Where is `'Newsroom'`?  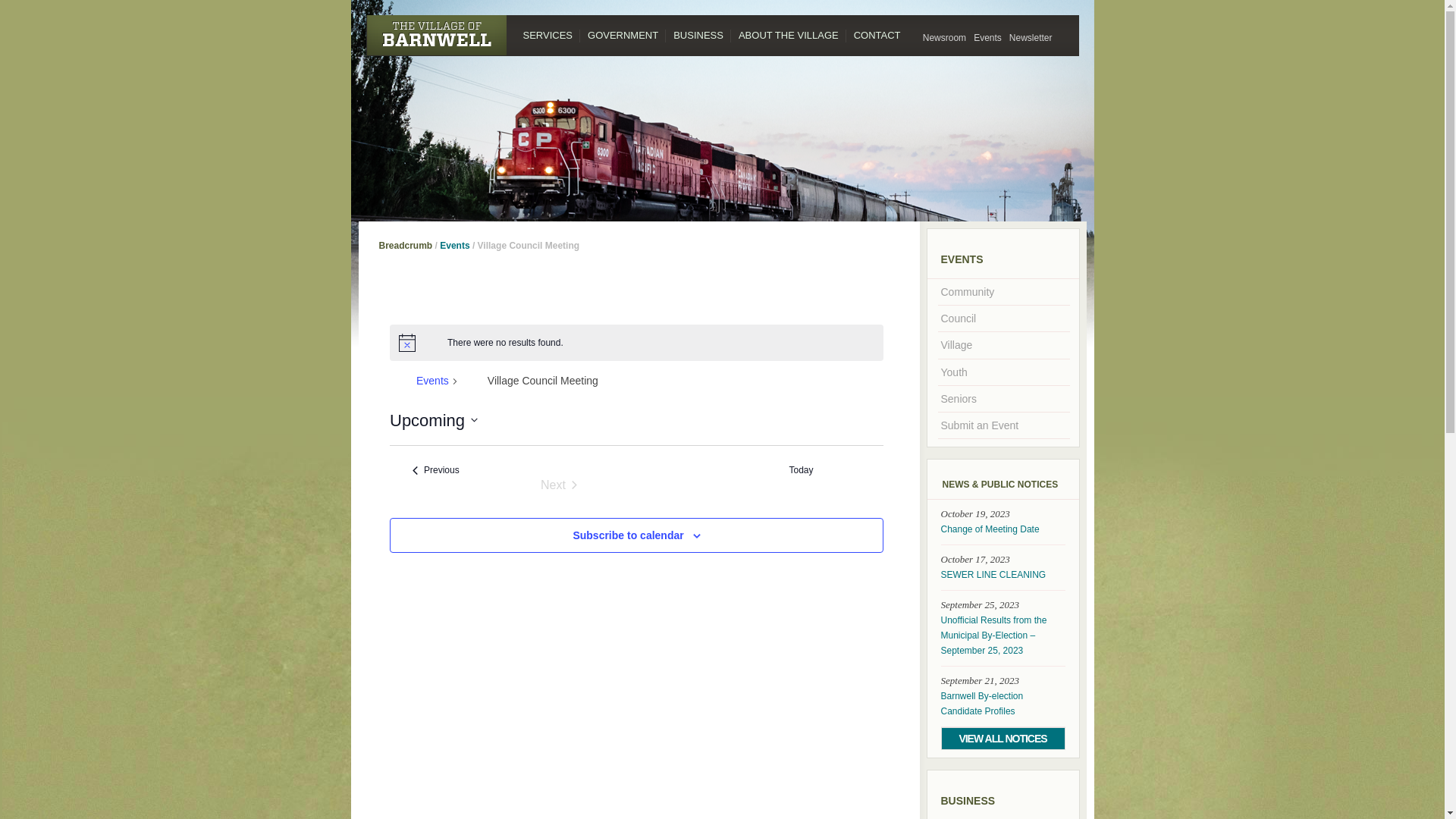 'Newsroom' is located at coordinates (943, 37).